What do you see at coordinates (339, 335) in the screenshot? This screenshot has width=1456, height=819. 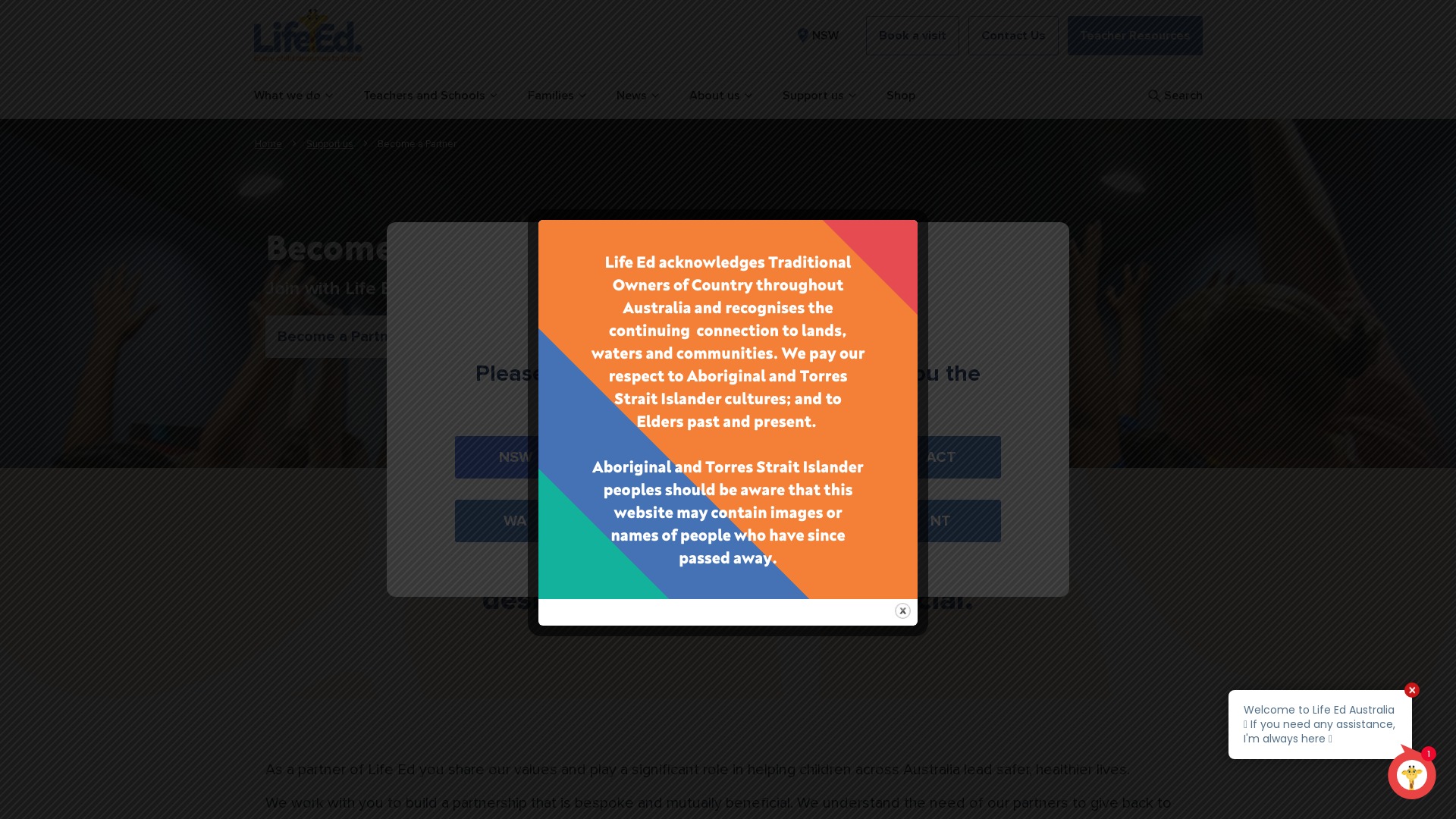 I see `'Become a Partner'` at bounding box center [339, 335].